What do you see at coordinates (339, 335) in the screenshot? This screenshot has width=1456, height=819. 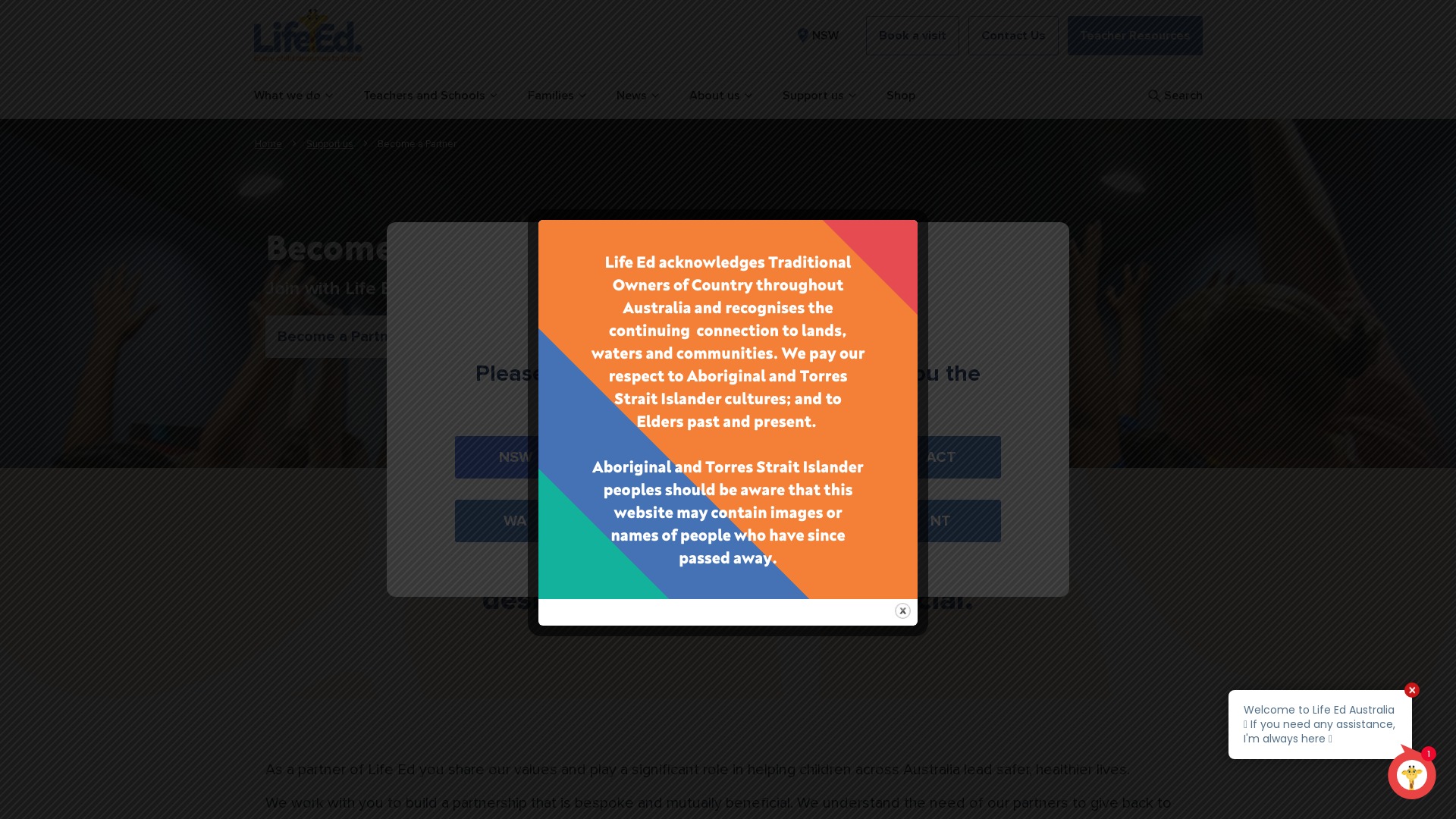 I see `'Become a Partner'` at bounding box center [339, 335].